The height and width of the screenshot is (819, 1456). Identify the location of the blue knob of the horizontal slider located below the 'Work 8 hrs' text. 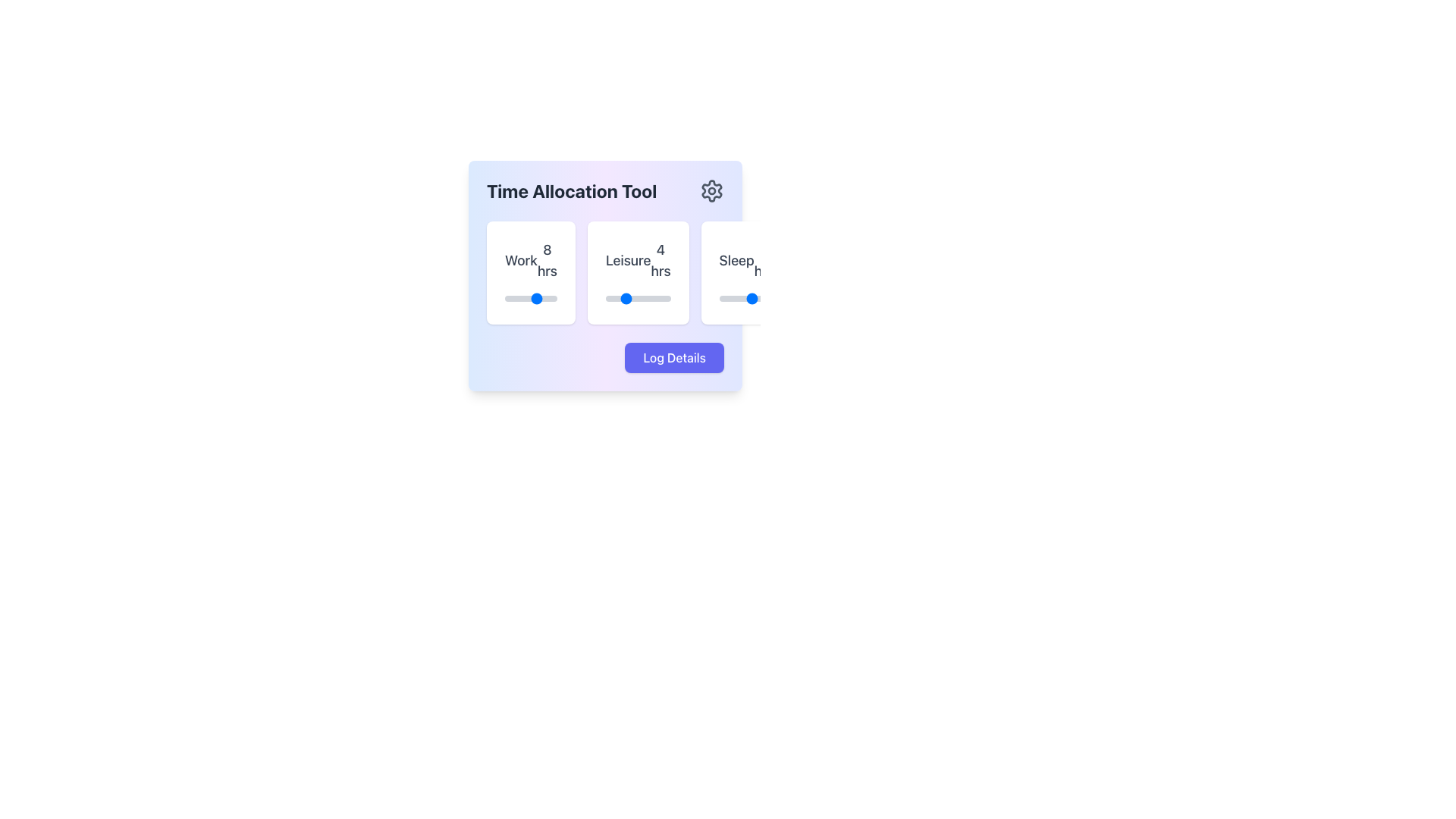
(531, 298).